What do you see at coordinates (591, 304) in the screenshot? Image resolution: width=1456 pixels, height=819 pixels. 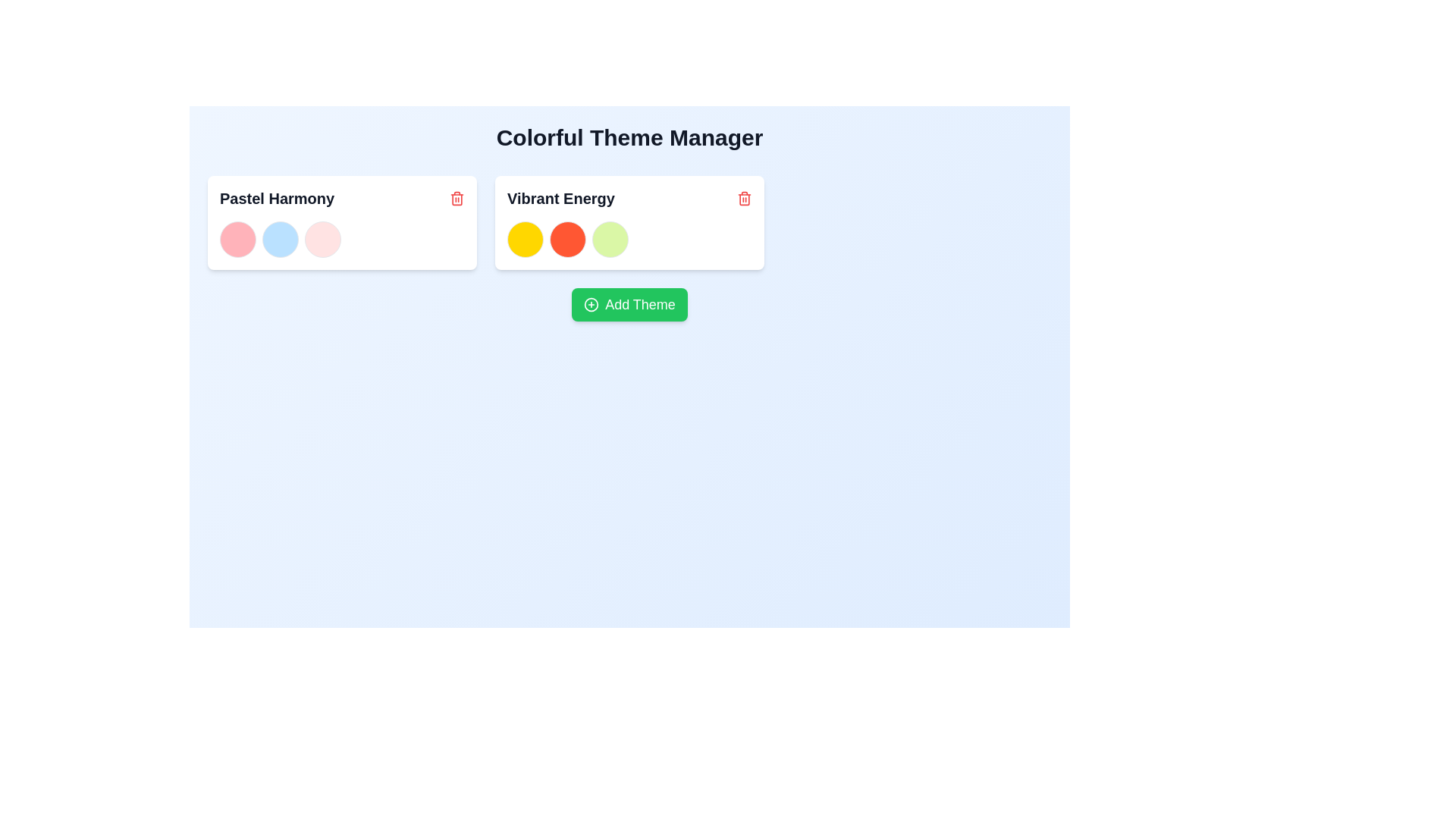 I see `the circular green outlined icon featuring a '+' symbol, located to the left of the 'Add Theme' button` at bounding box center [591, 304].